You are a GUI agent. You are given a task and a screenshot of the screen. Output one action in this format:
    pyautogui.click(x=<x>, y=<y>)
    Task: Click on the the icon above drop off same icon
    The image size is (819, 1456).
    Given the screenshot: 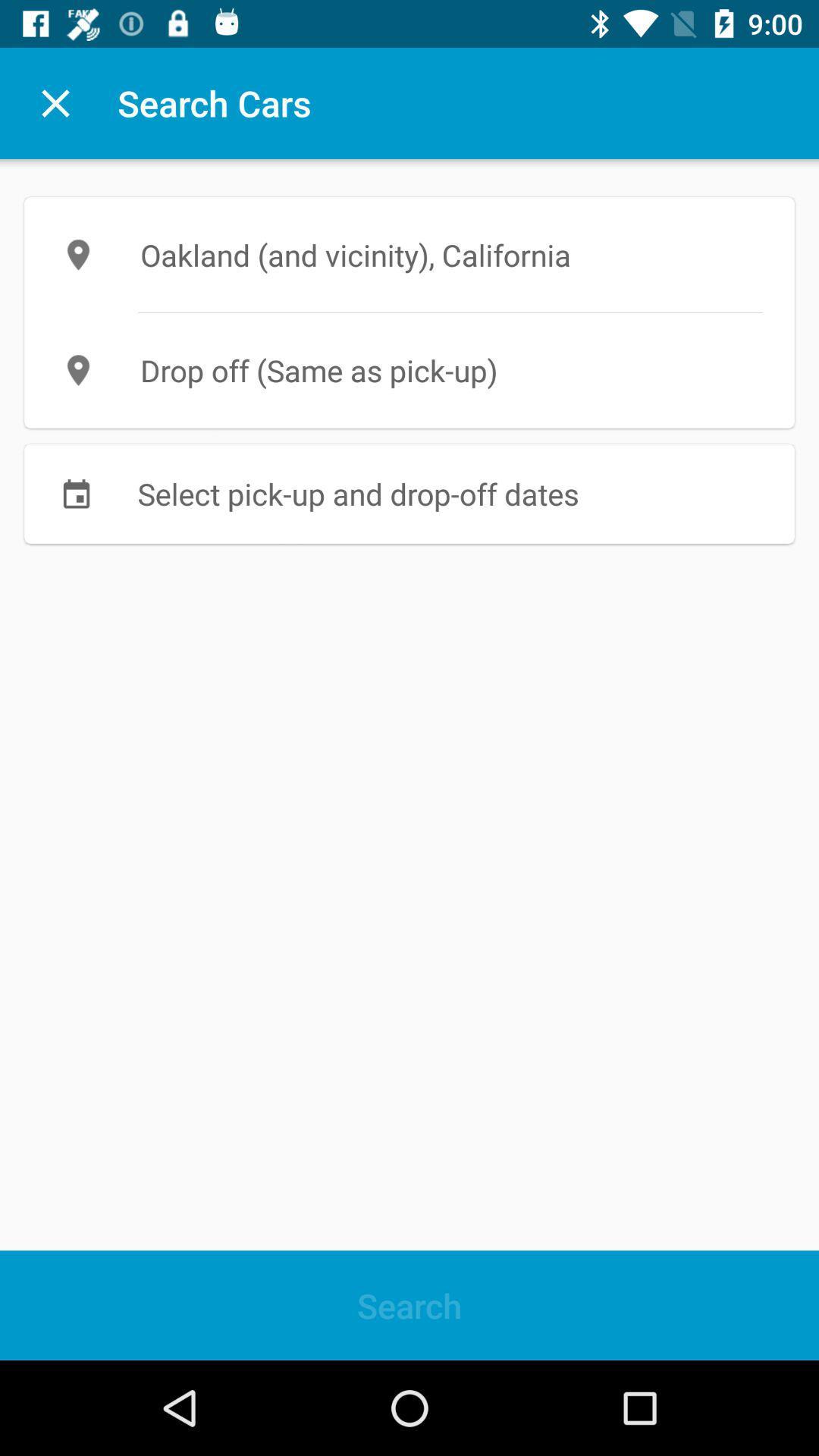 What is the action you would take?
    pyautogui.click(x=409, y=255)
    